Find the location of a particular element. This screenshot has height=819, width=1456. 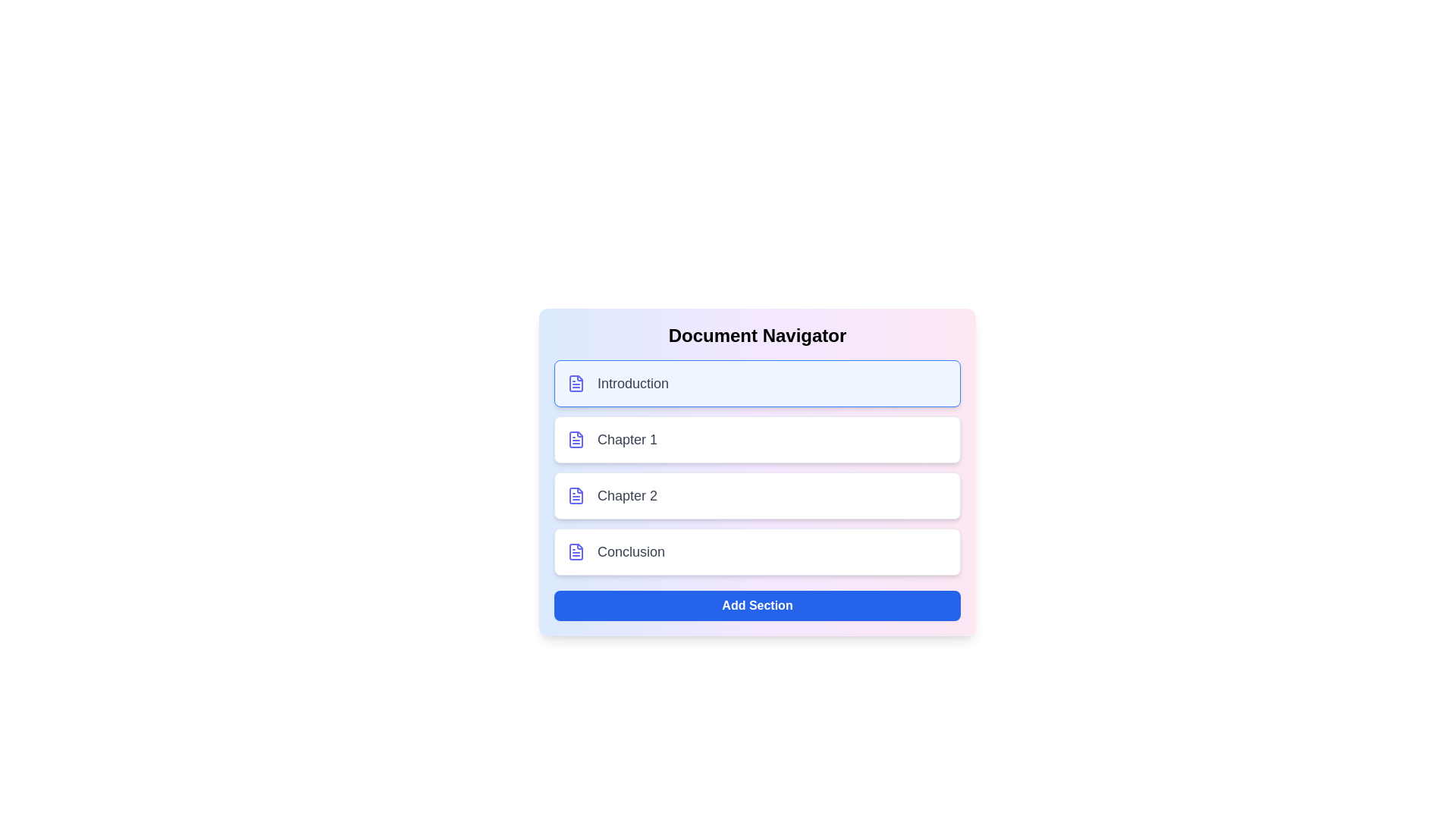

the section corresponding to Introduction by clicking on its list item is located at coordinates (757, 382).